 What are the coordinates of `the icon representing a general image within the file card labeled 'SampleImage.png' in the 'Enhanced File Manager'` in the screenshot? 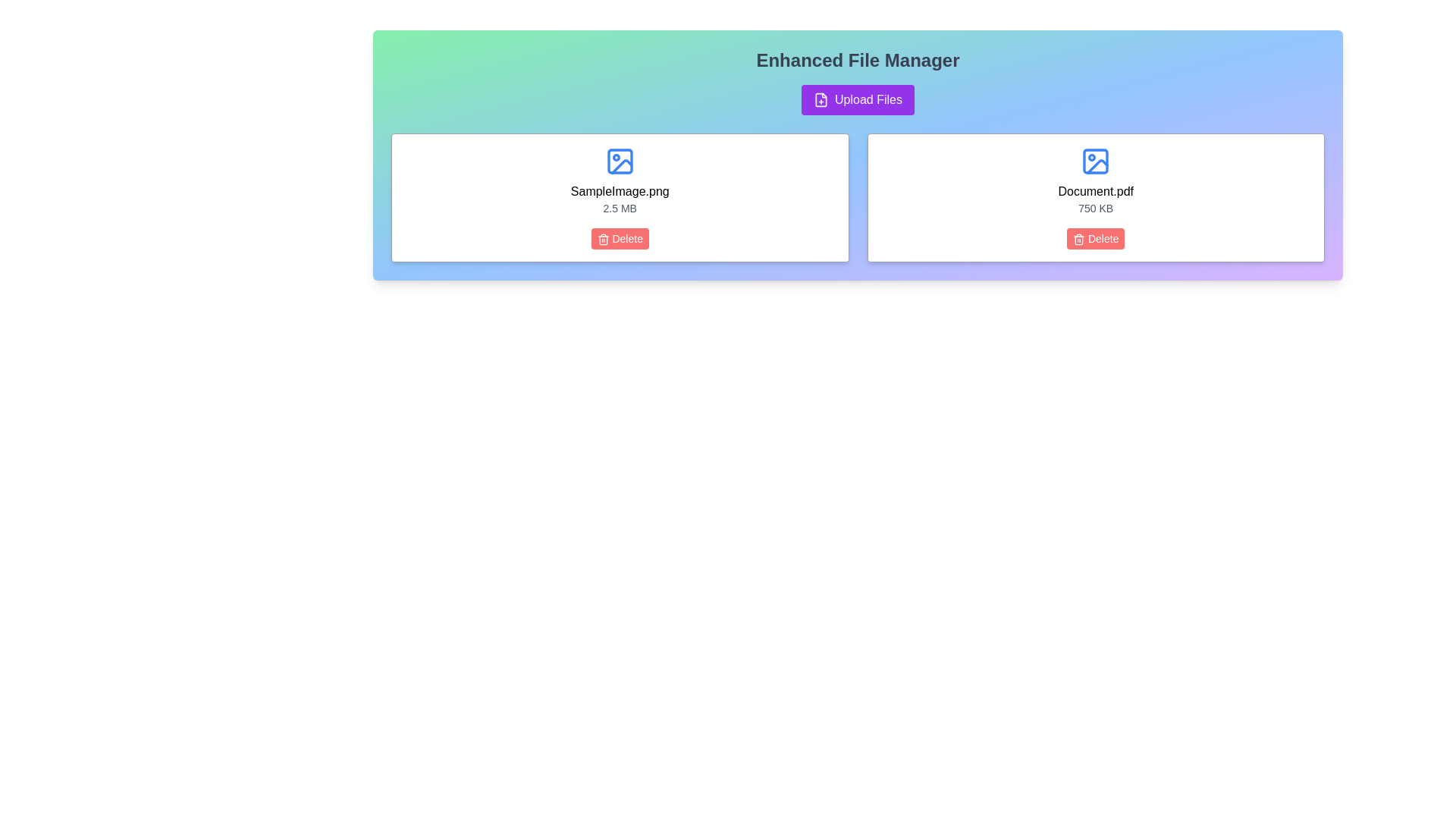 It's located at (620, 161).